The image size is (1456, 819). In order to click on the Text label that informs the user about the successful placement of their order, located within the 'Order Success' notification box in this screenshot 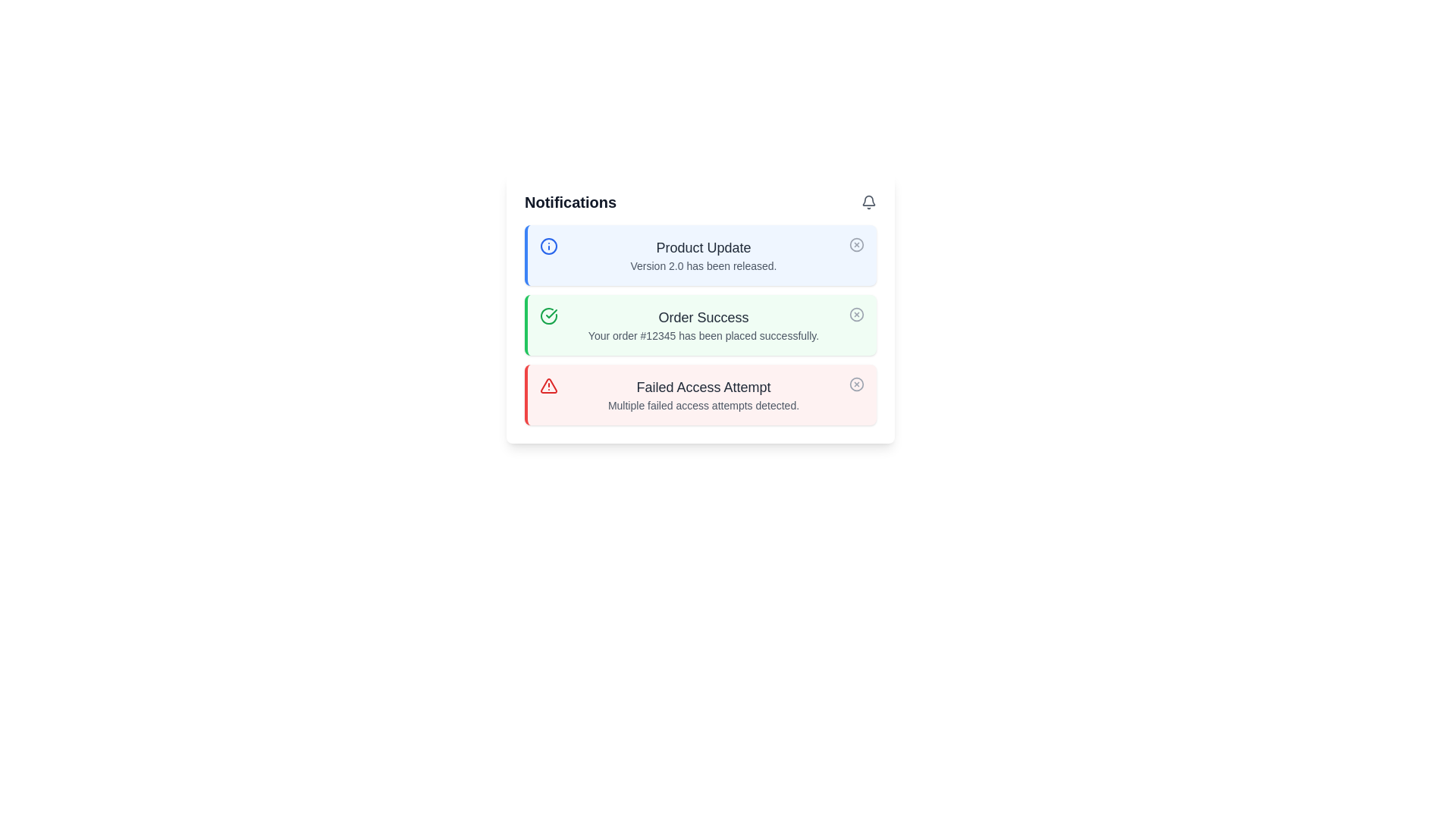, I will do `click(702, 335)`.